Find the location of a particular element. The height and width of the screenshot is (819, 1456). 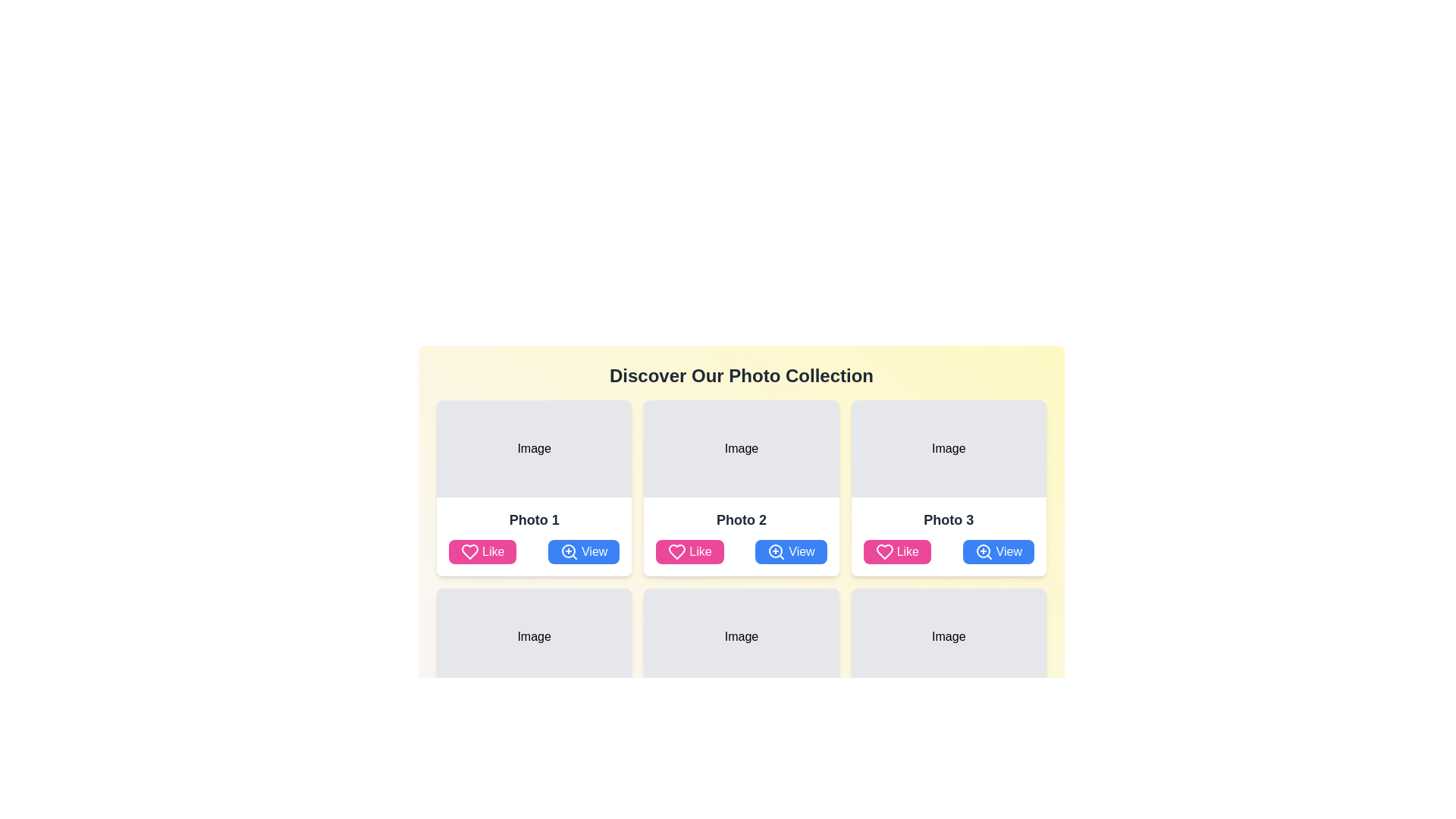

the zoom-in icon resembling a magnifying glass with a plus symbol, located within the 'View' button of the second item in the grid under 'Discover Our Photo Collection' is located at coordinates (777, 552).